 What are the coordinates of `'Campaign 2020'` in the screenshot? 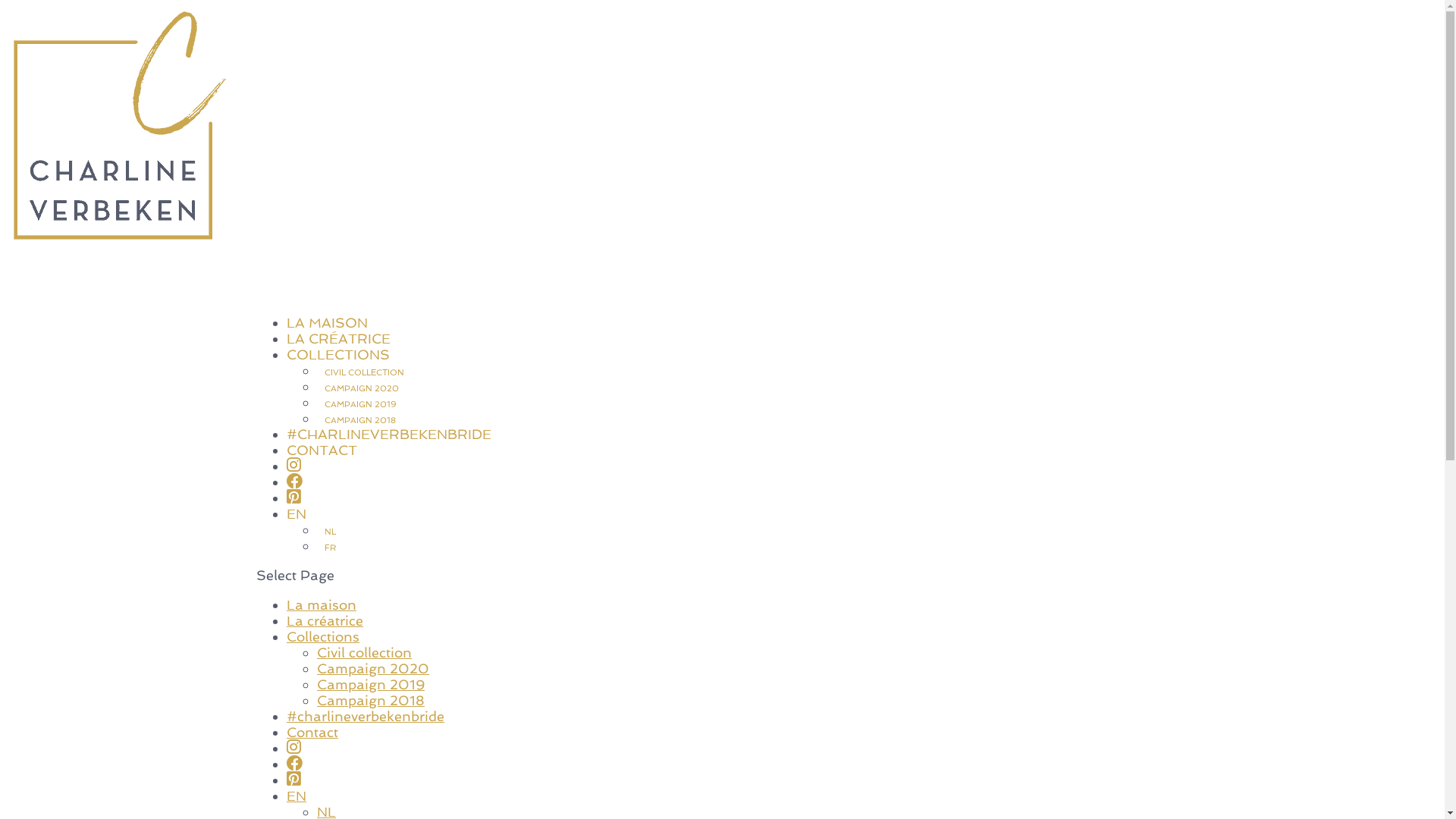 It's located at (372, 667).